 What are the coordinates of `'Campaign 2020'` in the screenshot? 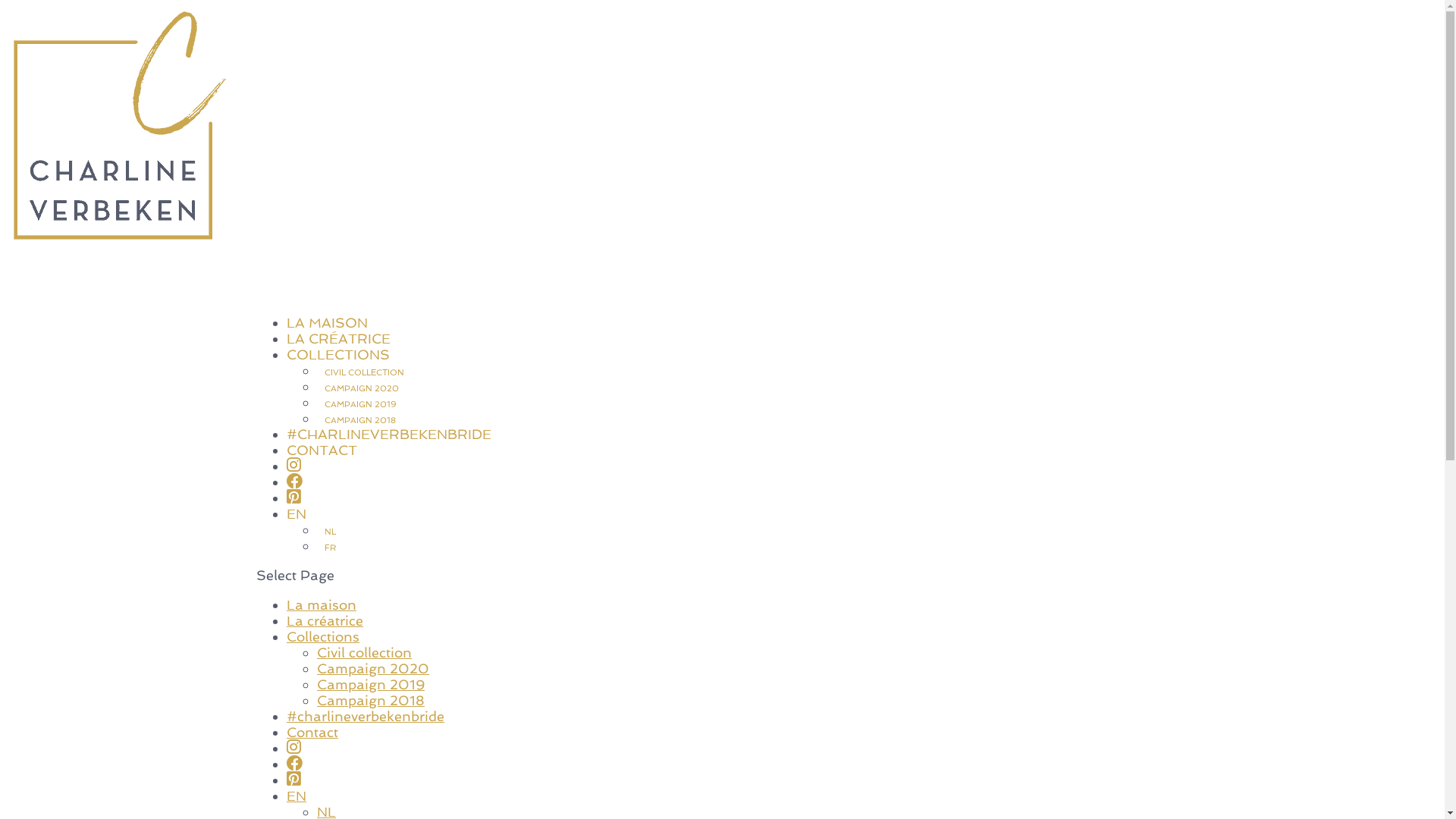 It's located at (372, 667).